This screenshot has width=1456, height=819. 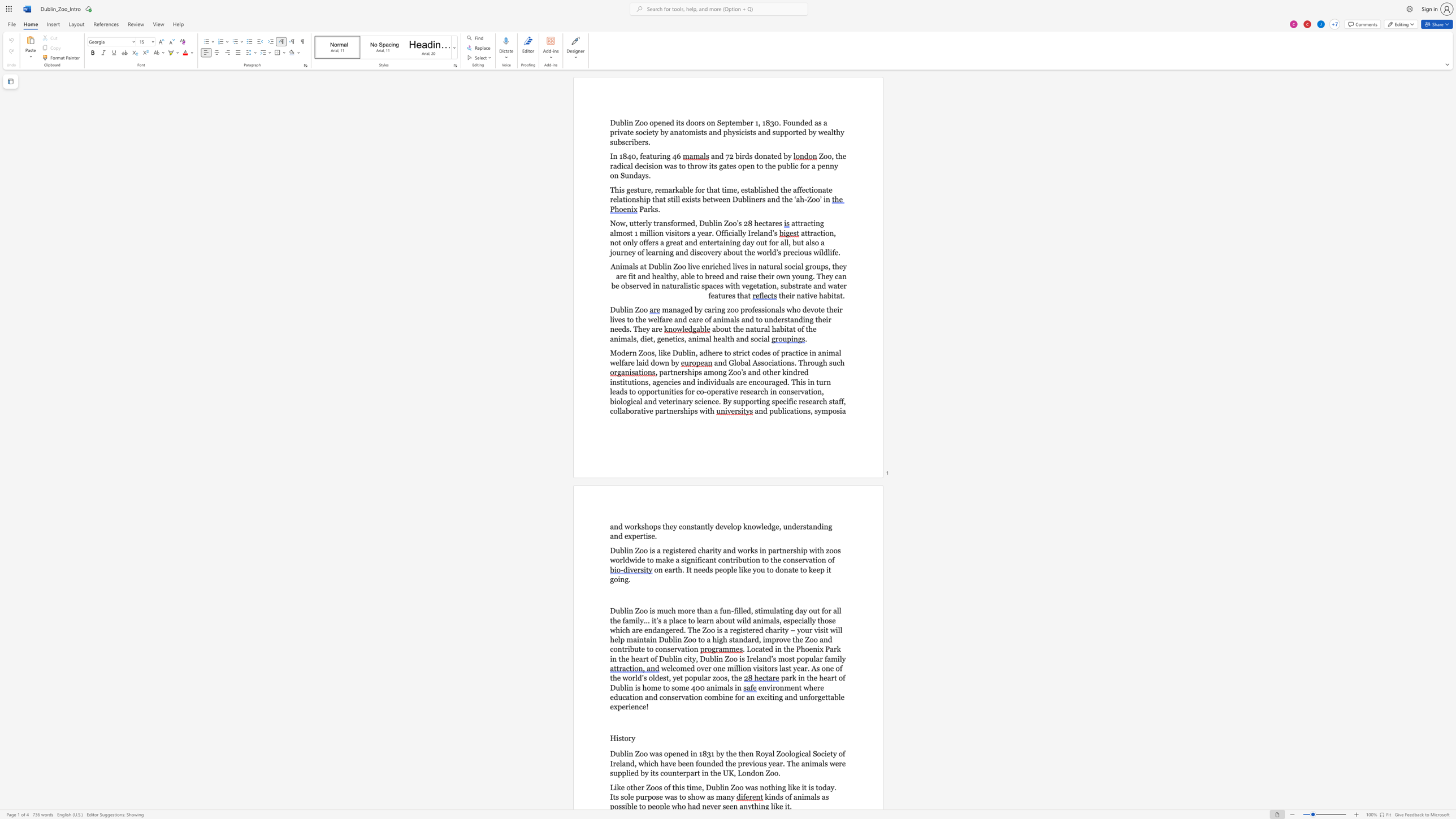 I want to click on the space between the continuous character "i" and "v" in the text, so click(x=809, y=295).